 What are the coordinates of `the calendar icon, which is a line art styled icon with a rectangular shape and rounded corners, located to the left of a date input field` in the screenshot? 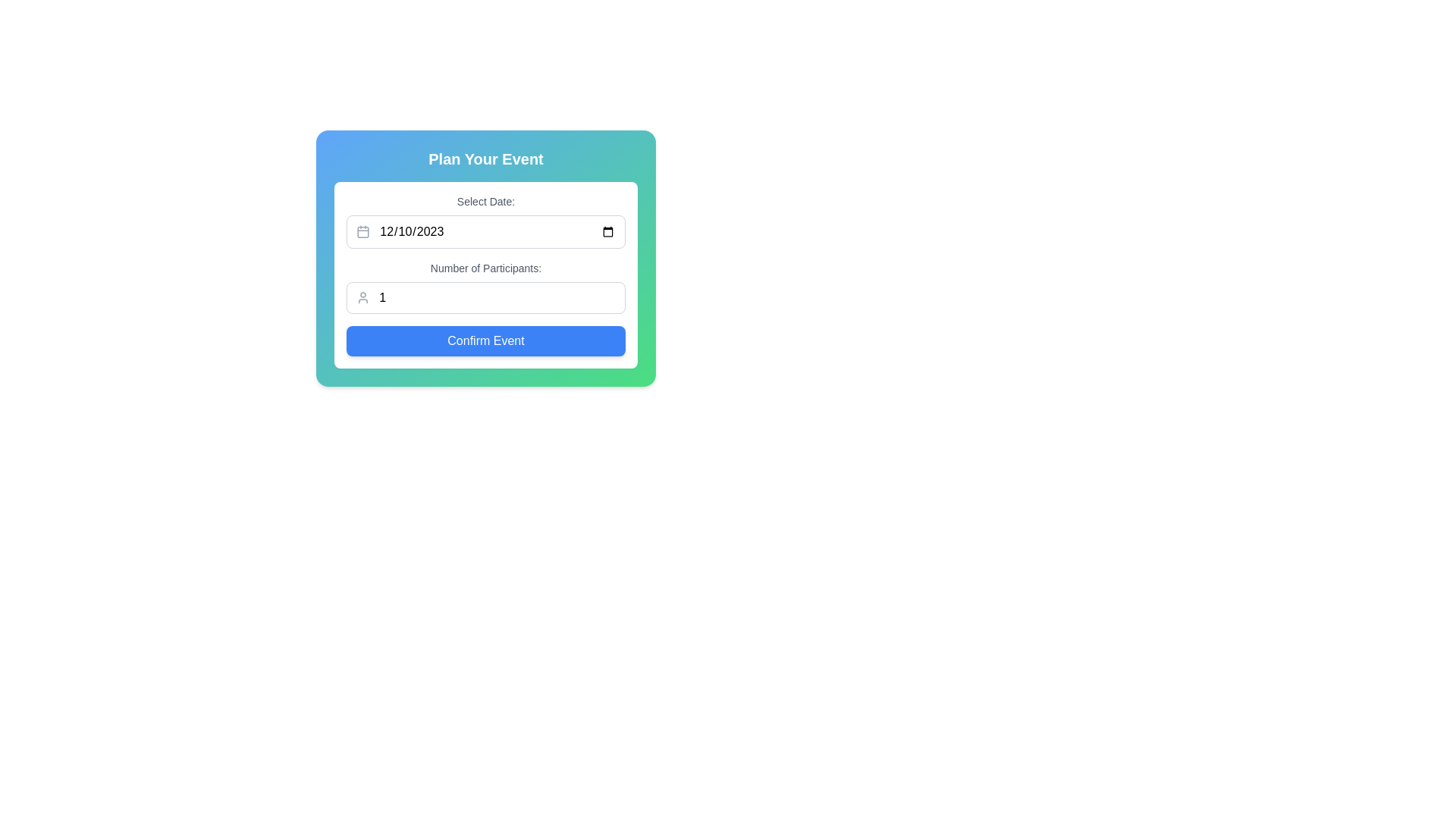 It's located at (362, 231).